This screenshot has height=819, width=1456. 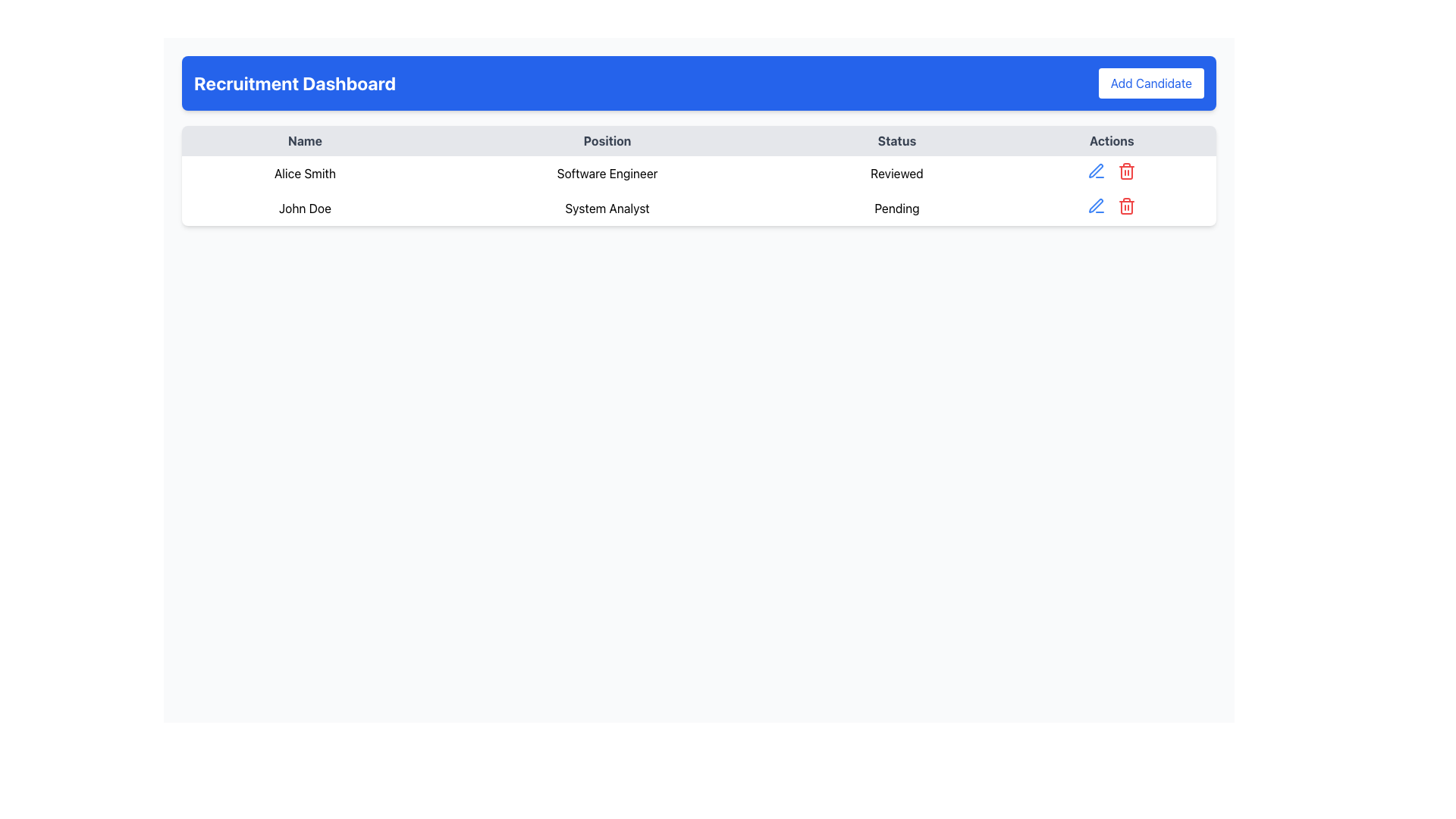 What do you see at coordinates (607, 208) in the screenshot?
I see `the 'System Analyst' text label located in the second row under the 'Position' column of the table` at bounding box center [607, 208].